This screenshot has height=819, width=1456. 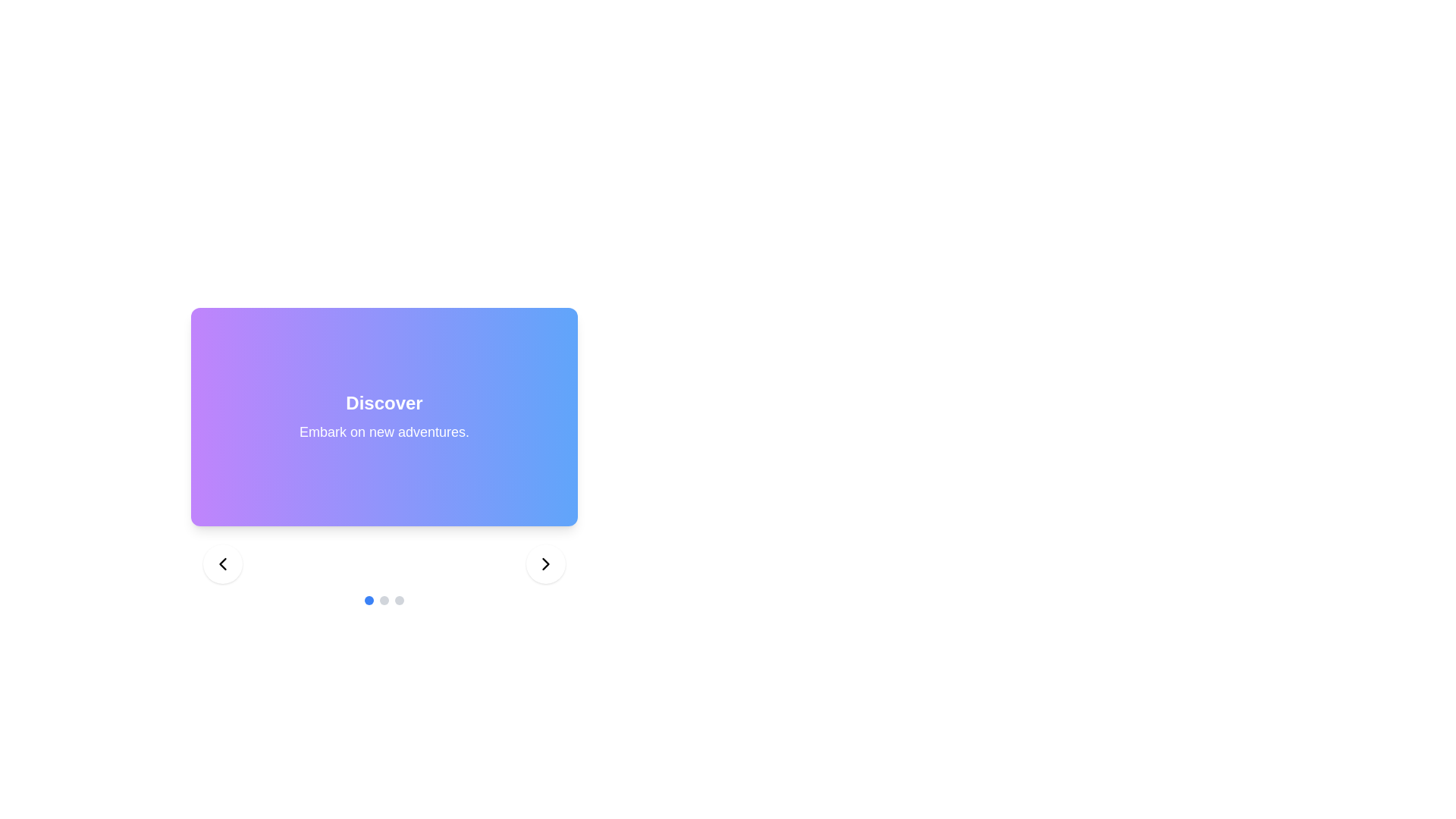 I want to click on the next item navigation button located at the bottom-right corner of the navigation section, so click(x=546, y=564).